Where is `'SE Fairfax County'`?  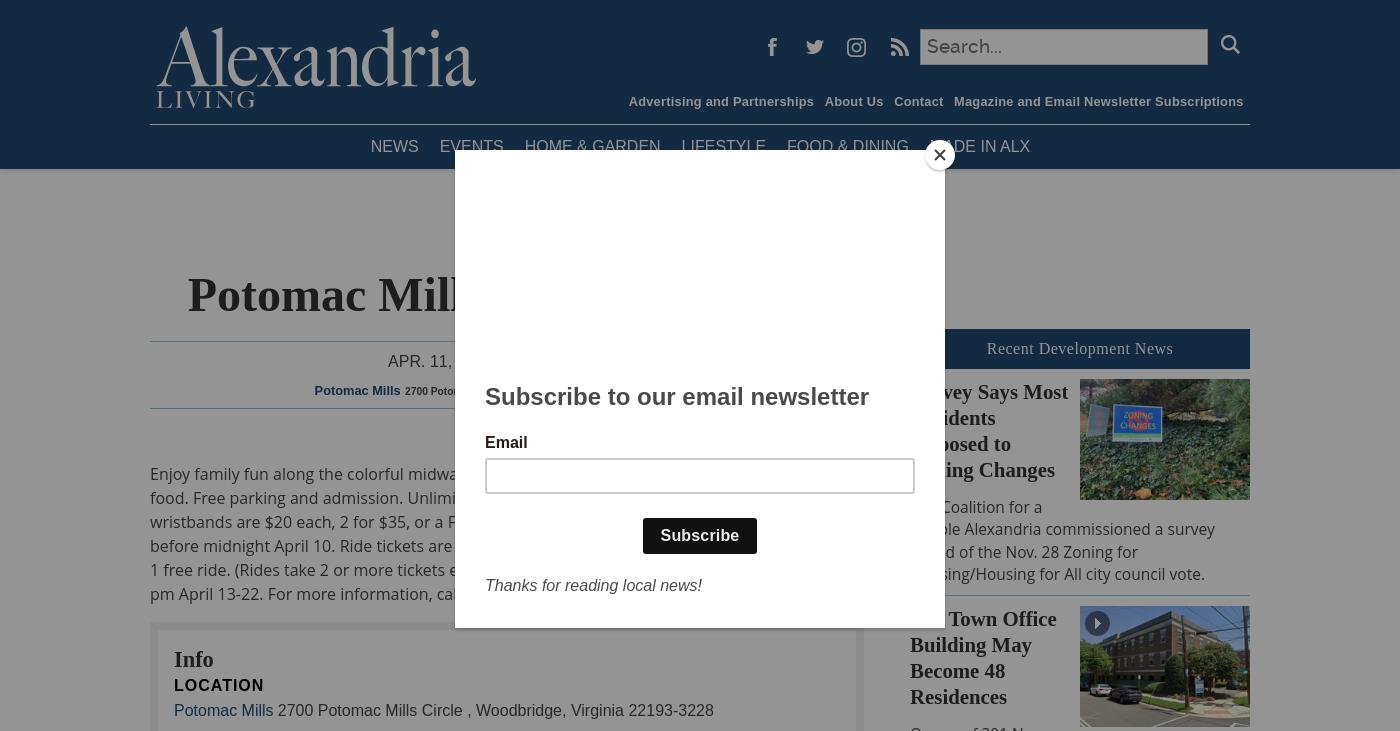
'SE Fairfax County' is located at coordinates (487, 315).